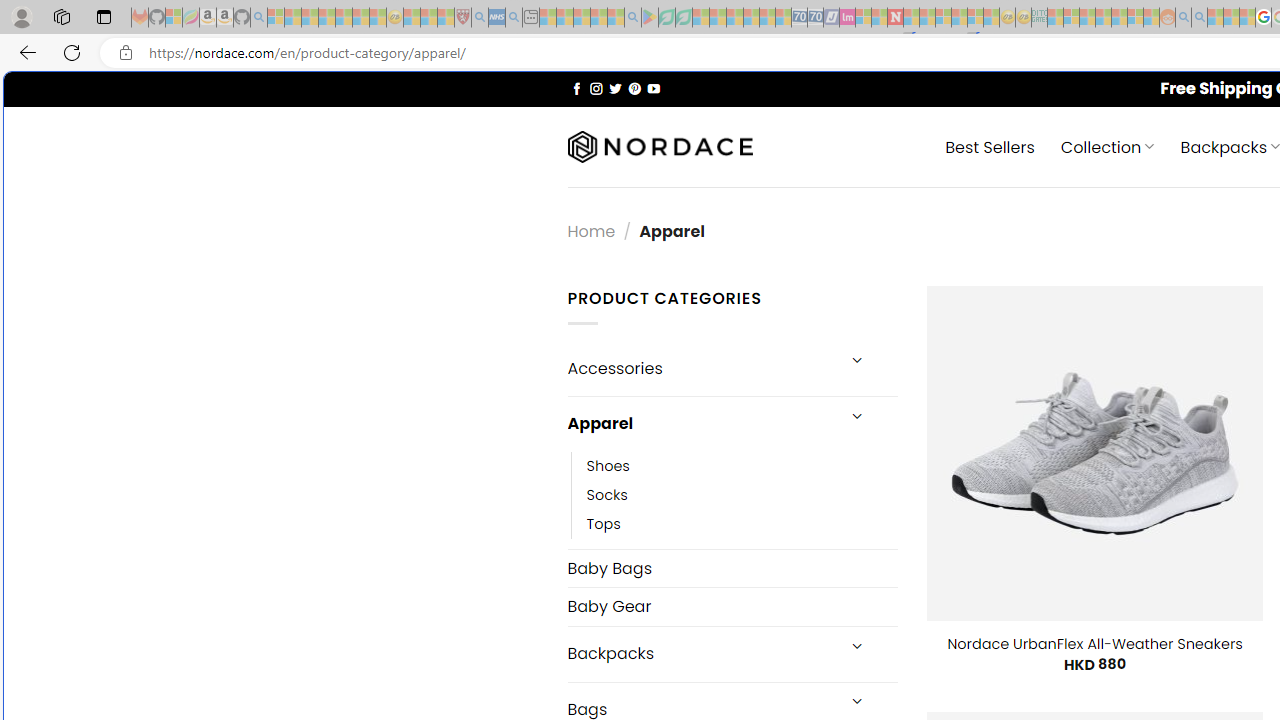 The height and width of the screenshot is (720, 1280). What do you see at coordinates (741, 465) in the screenshot?
I see `'Shoes'` at bounding box center [741, 465].